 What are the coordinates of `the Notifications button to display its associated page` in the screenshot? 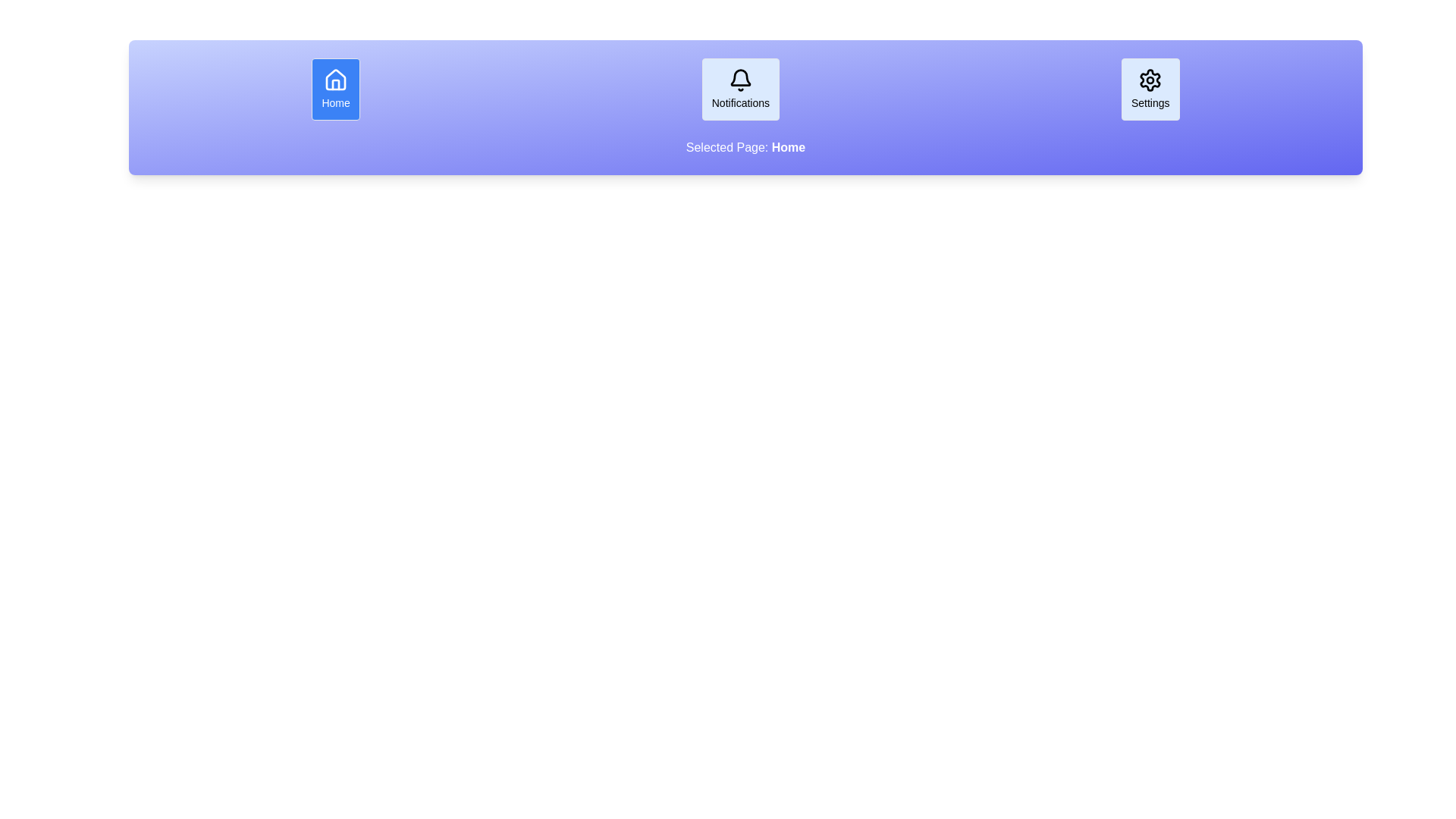 It's located at (741, 89).